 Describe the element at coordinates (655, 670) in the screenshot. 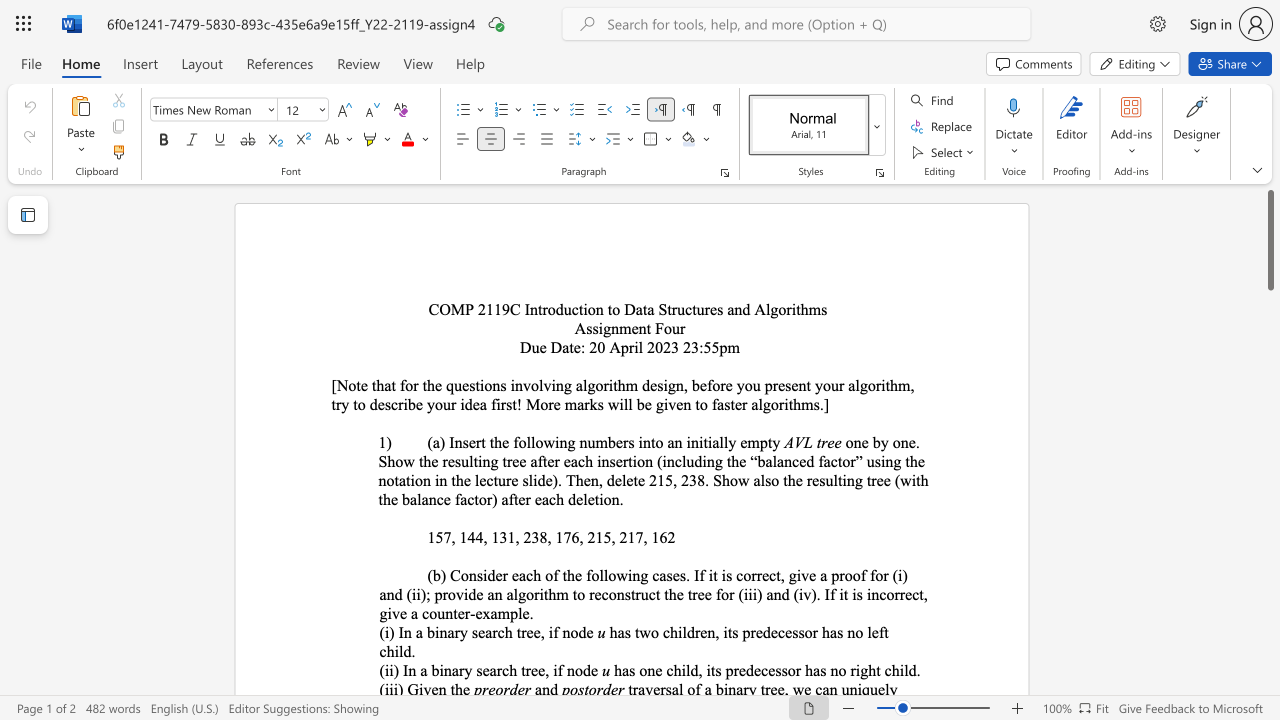

I see `the subset text "e child, its pred" within the text "has one child, its predecessor has no right child."` at that location.